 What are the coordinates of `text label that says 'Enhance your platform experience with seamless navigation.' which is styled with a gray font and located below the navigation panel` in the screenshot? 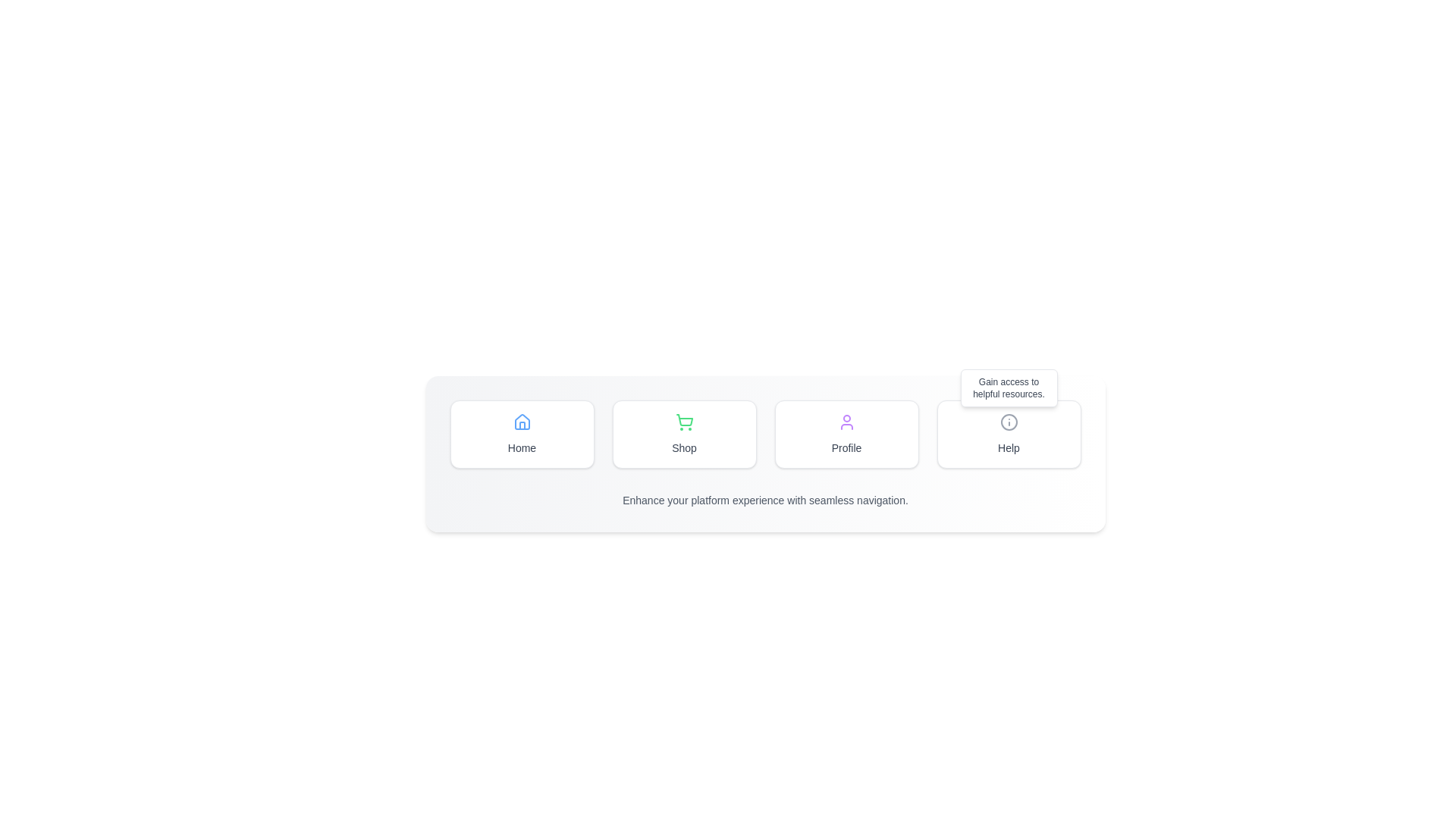 It's located at (765, 500).